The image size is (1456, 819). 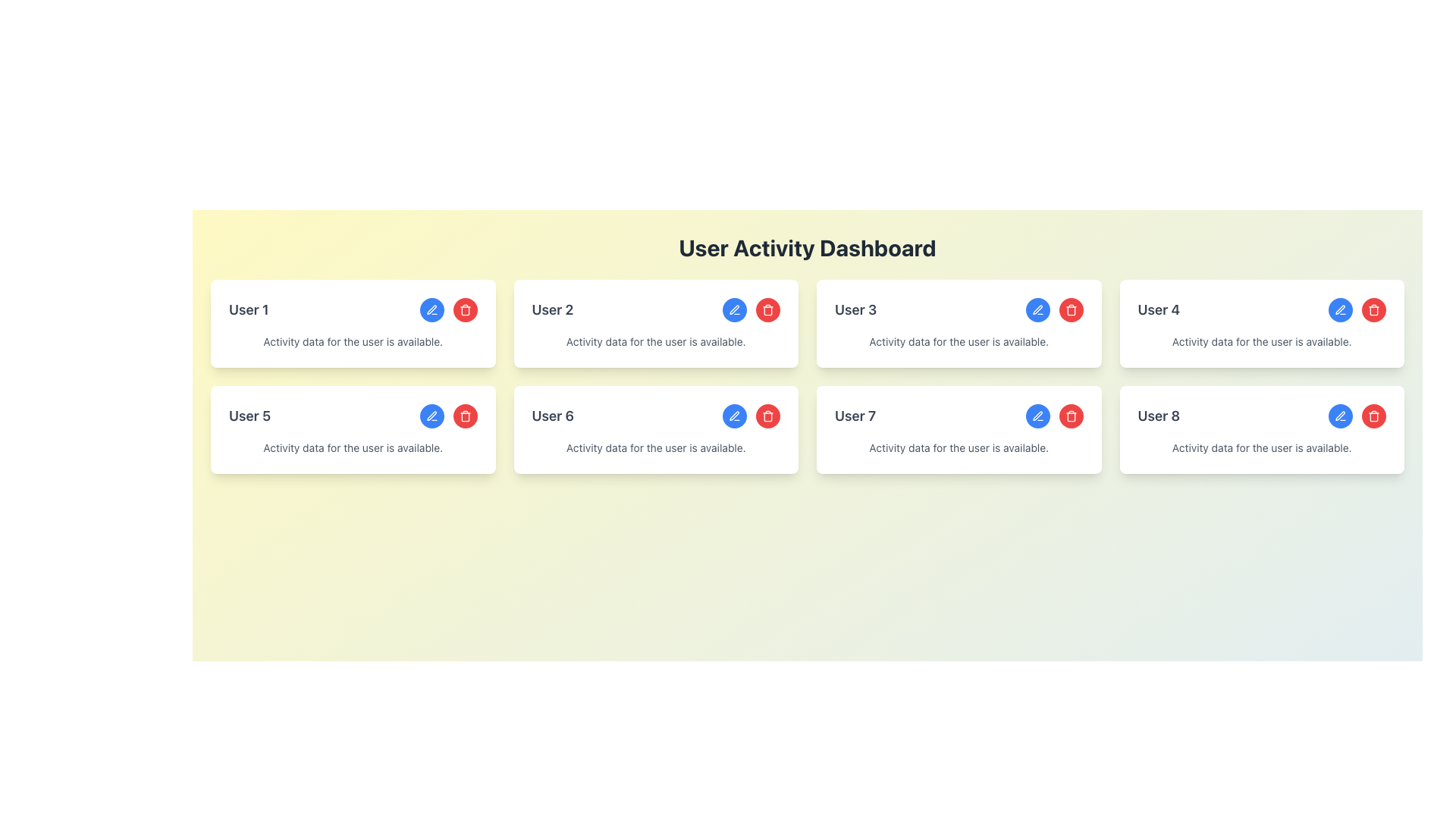 I want to click on the Text label that identifies the user in the fourth user information card, located in the upper-right section of the interface, above the description text and to the left of the interactive blue (pen icon) and red (trash icon) buttons, so click(x=1158, y=309).